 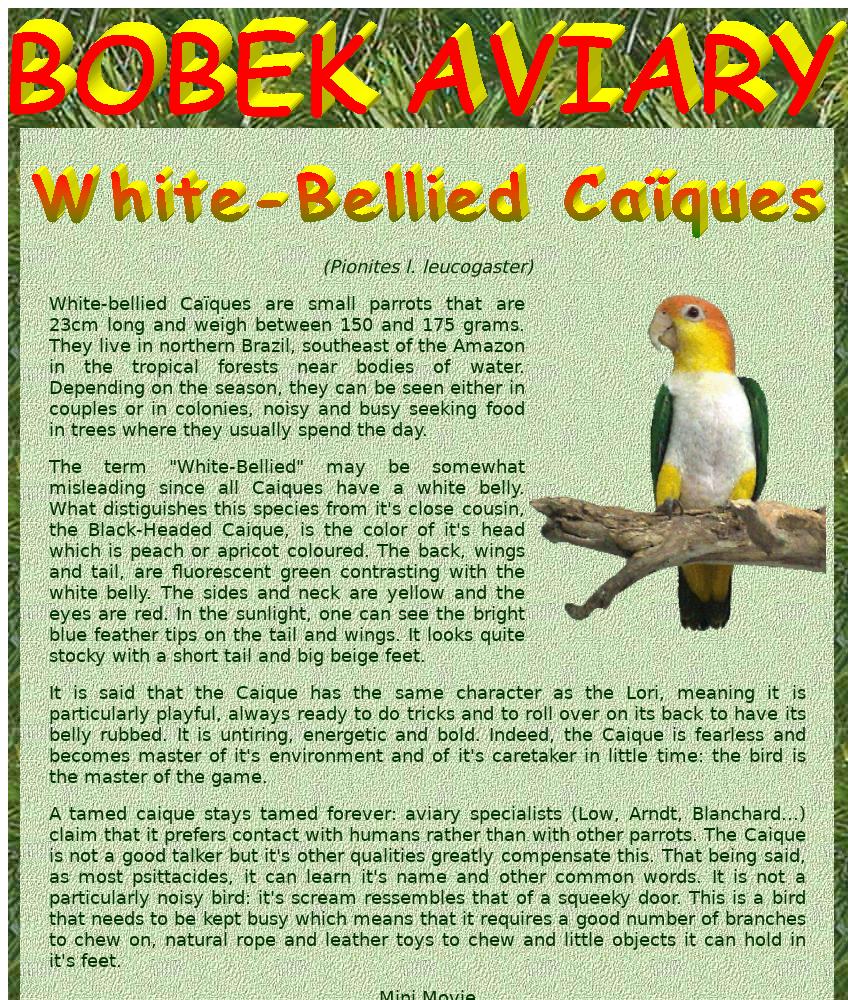 I want to click on 'a', so click(x=619, y=733).